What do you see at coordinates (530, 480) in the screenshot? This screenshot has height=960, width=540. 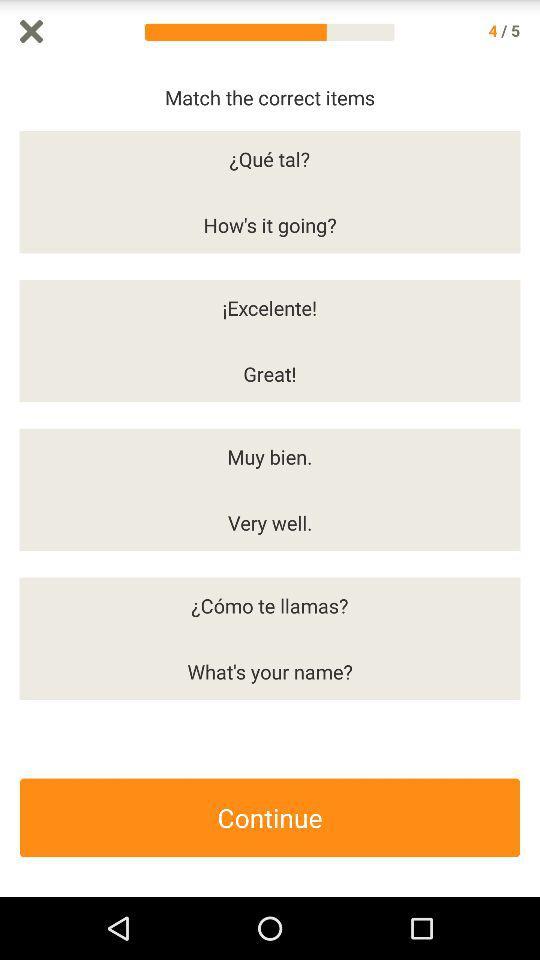 I see `come back` at bounding box center [530, 480].